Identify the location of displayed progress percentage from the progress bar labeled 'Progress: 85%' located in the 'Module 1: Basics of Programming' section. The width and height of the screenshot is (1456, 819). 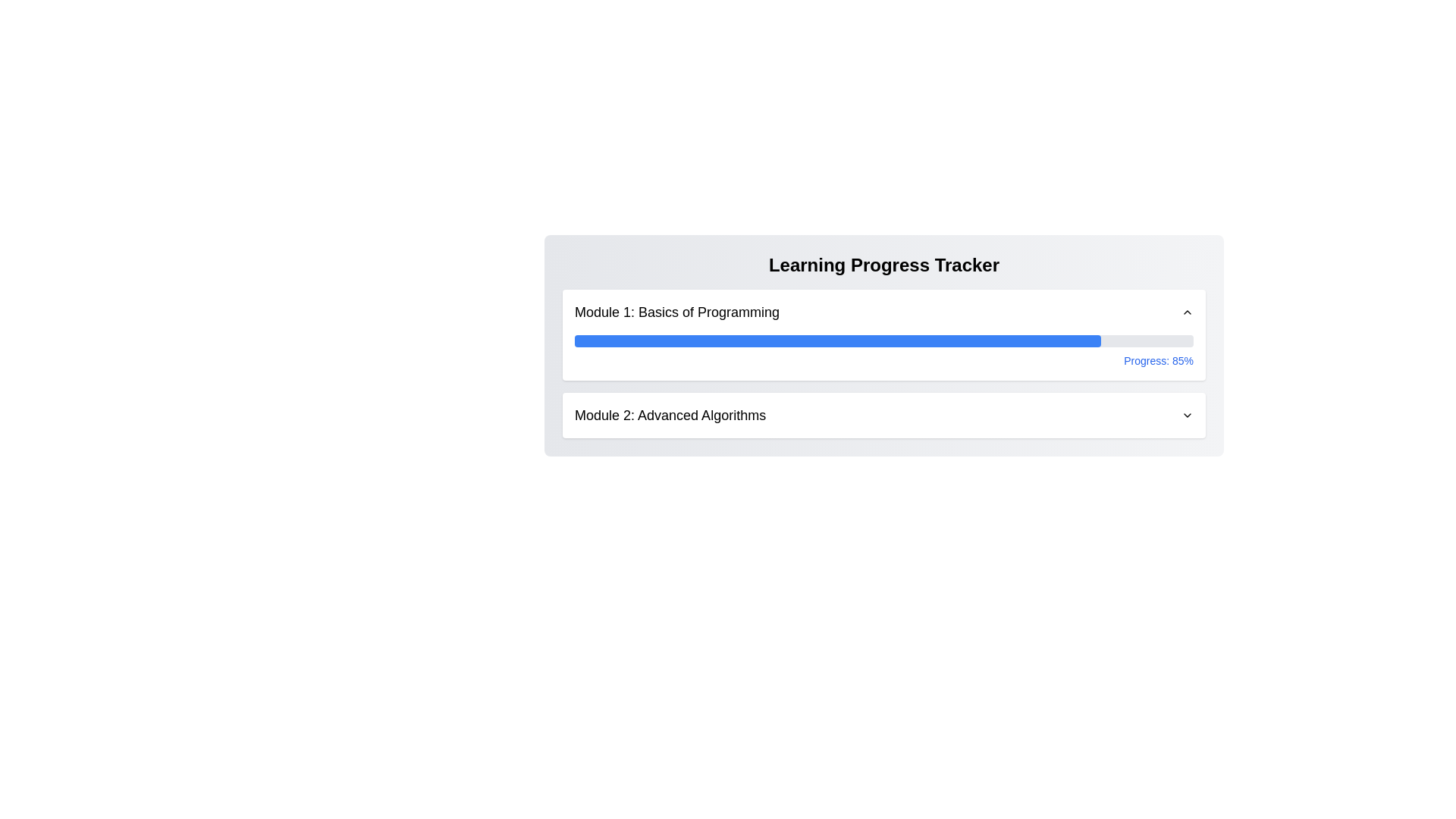
(884, 351).